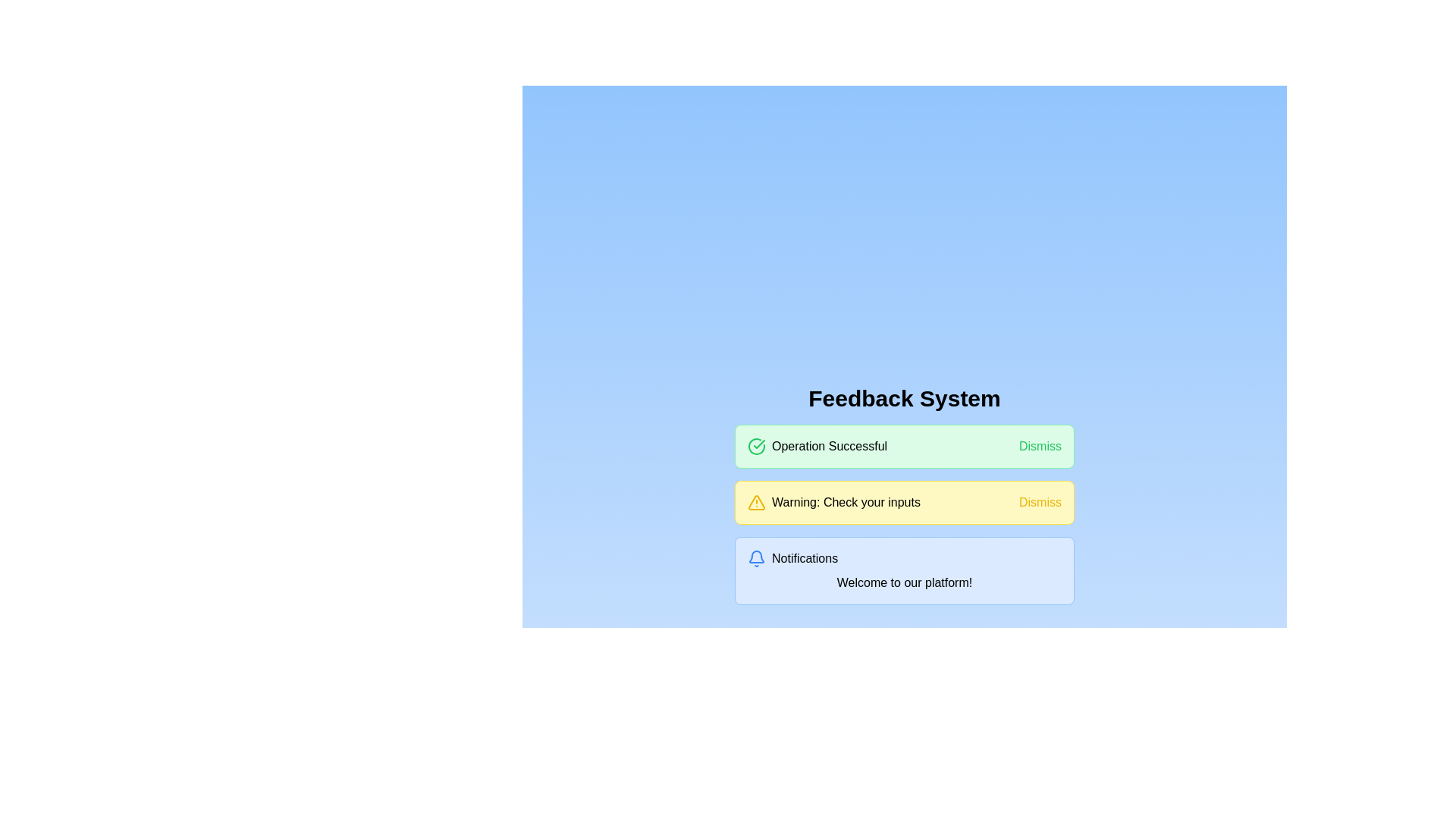 This screenshot has height=819, width=1456. I want to click on the 'Operation Successful' text label with a green checkmark icon, which is located in the notification box at the top of the notifications list, so click(817, 446).